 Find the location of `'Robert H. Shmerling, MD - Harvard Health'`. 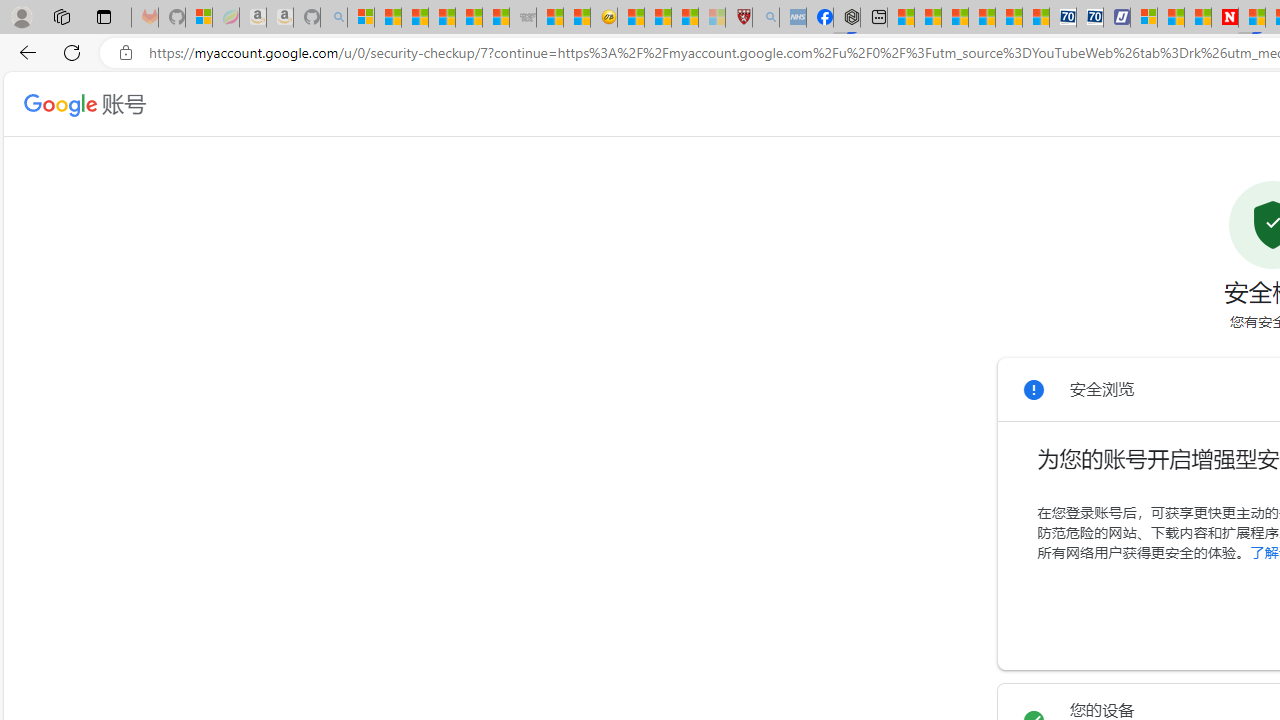

'Robert H. Shmerling, MD - Harvard Health' is located at coordinates (738, 17).